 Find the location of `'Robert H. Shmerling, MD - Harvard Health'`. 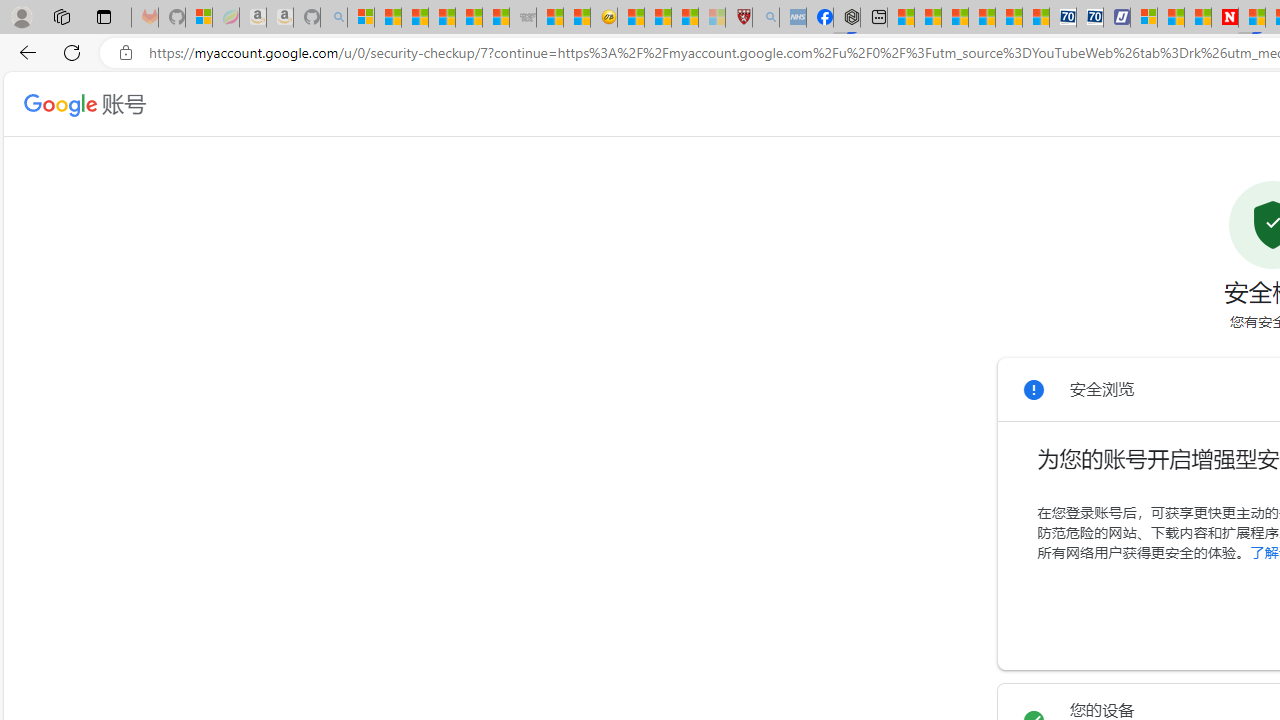

'Robert H. Shmerling, MD - Harvard Health' is located at coordinates (738, 17).